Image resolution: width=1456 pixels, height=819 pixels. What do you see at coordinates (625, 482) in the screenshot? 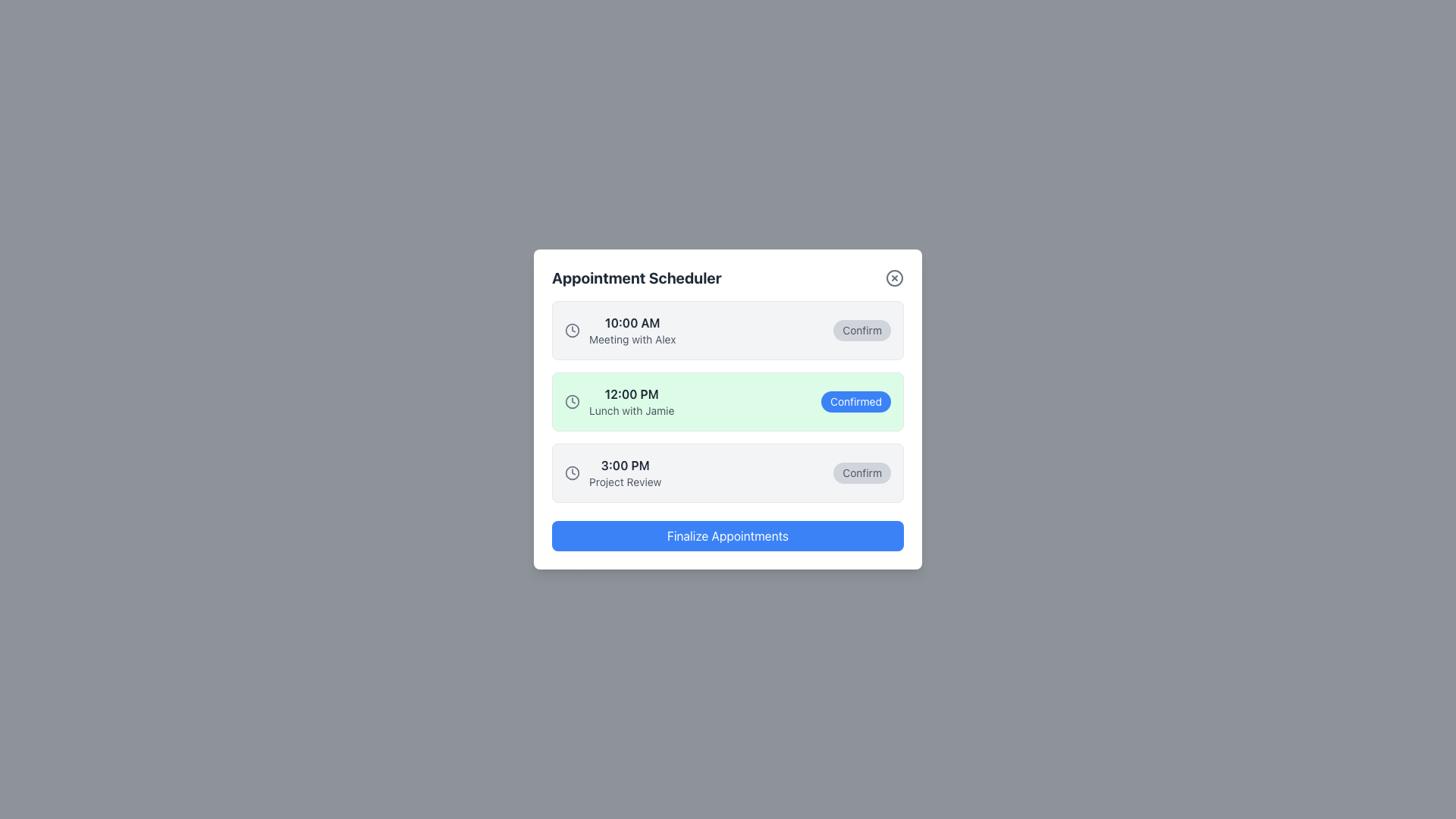
I see `the text label that describes the event scheduled at 3:00 PM, located within the third appointment entry block of the 'Appointment Scheduler' dialog box, positioned underneath '3:00 PM' and aligned to its left` at bounding box center [625, 482].